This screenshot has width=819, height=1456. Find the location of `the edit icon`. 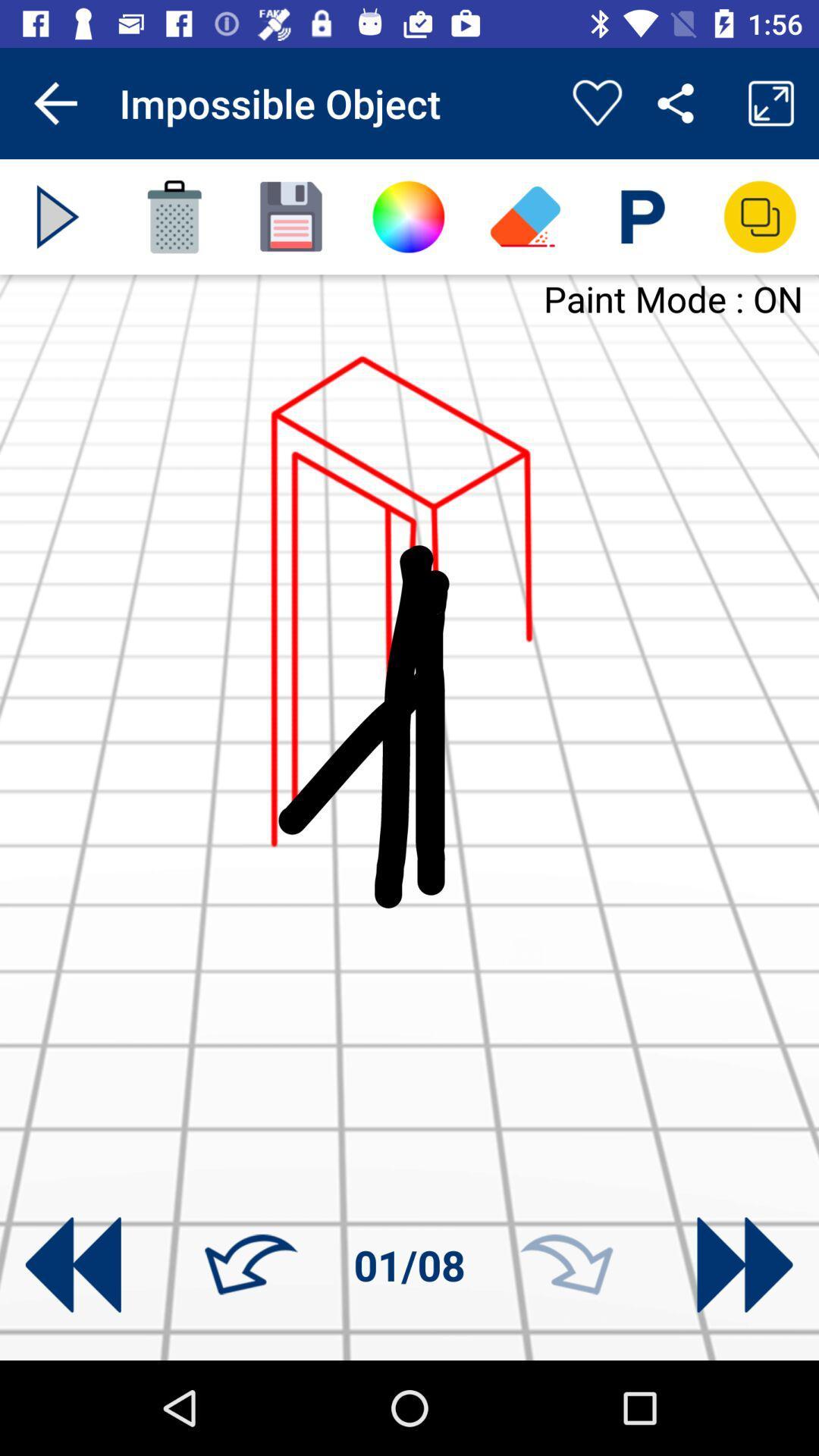

the edit icon is located at coordinates (525, 216).